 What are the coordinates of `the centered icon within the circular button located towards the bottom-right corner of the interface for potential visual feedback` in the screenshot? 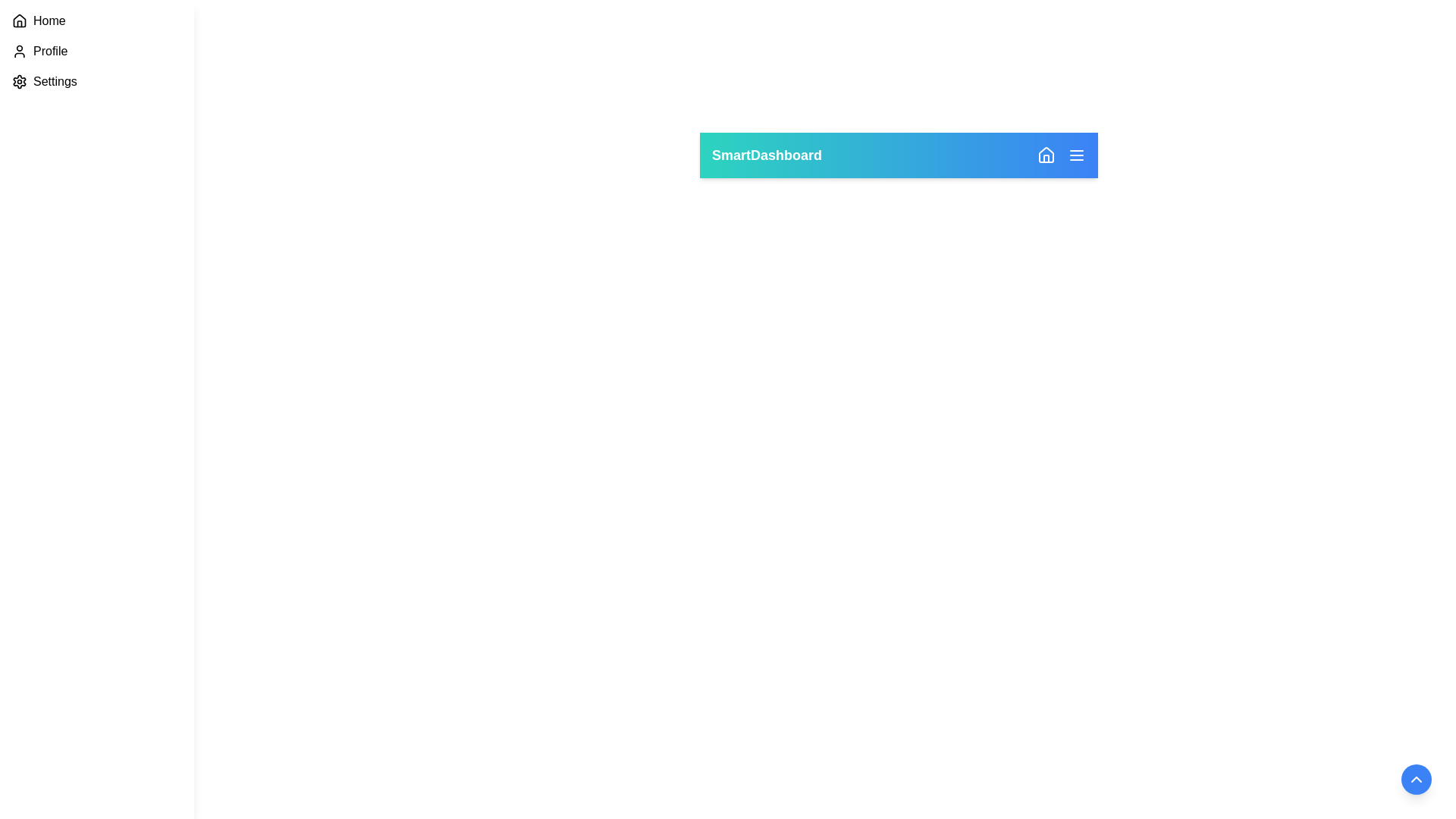 It's located at (1415, 780).